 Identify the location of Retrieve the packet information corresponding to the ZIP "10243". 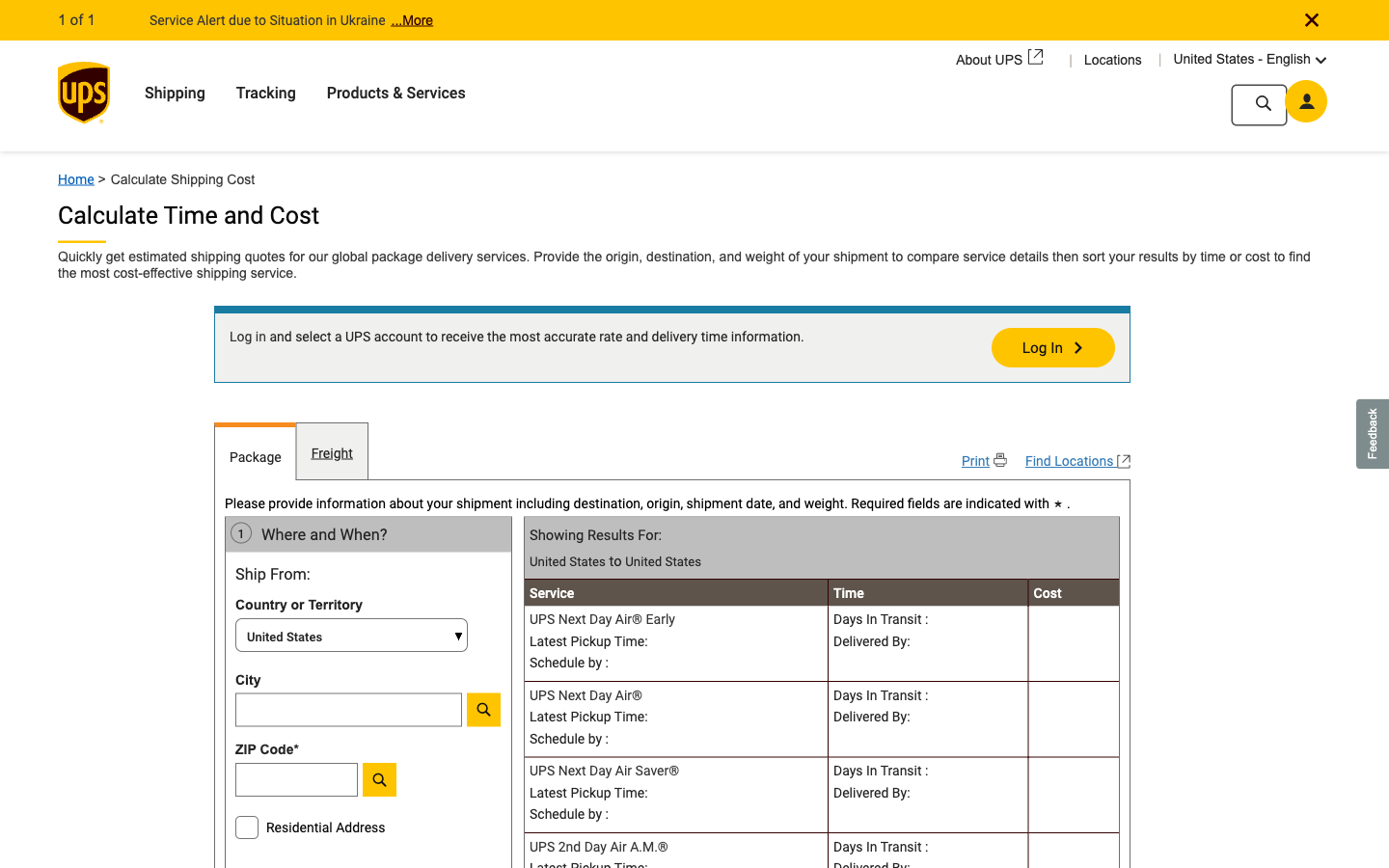
(347, 784).